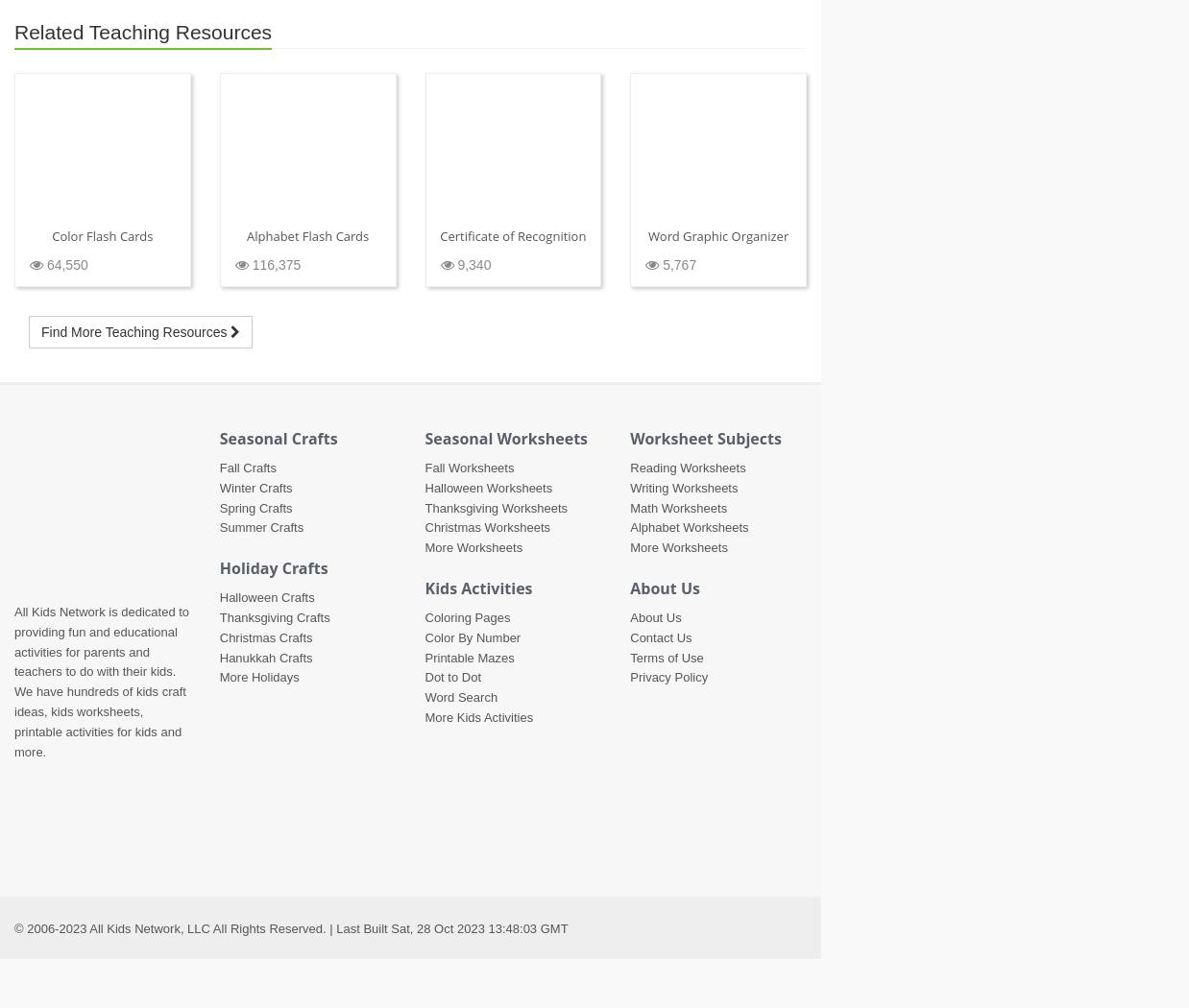  Describe the element at coordinates (512, 236) in the screenshot. I see `'Certificate of Recognition'` at that location.